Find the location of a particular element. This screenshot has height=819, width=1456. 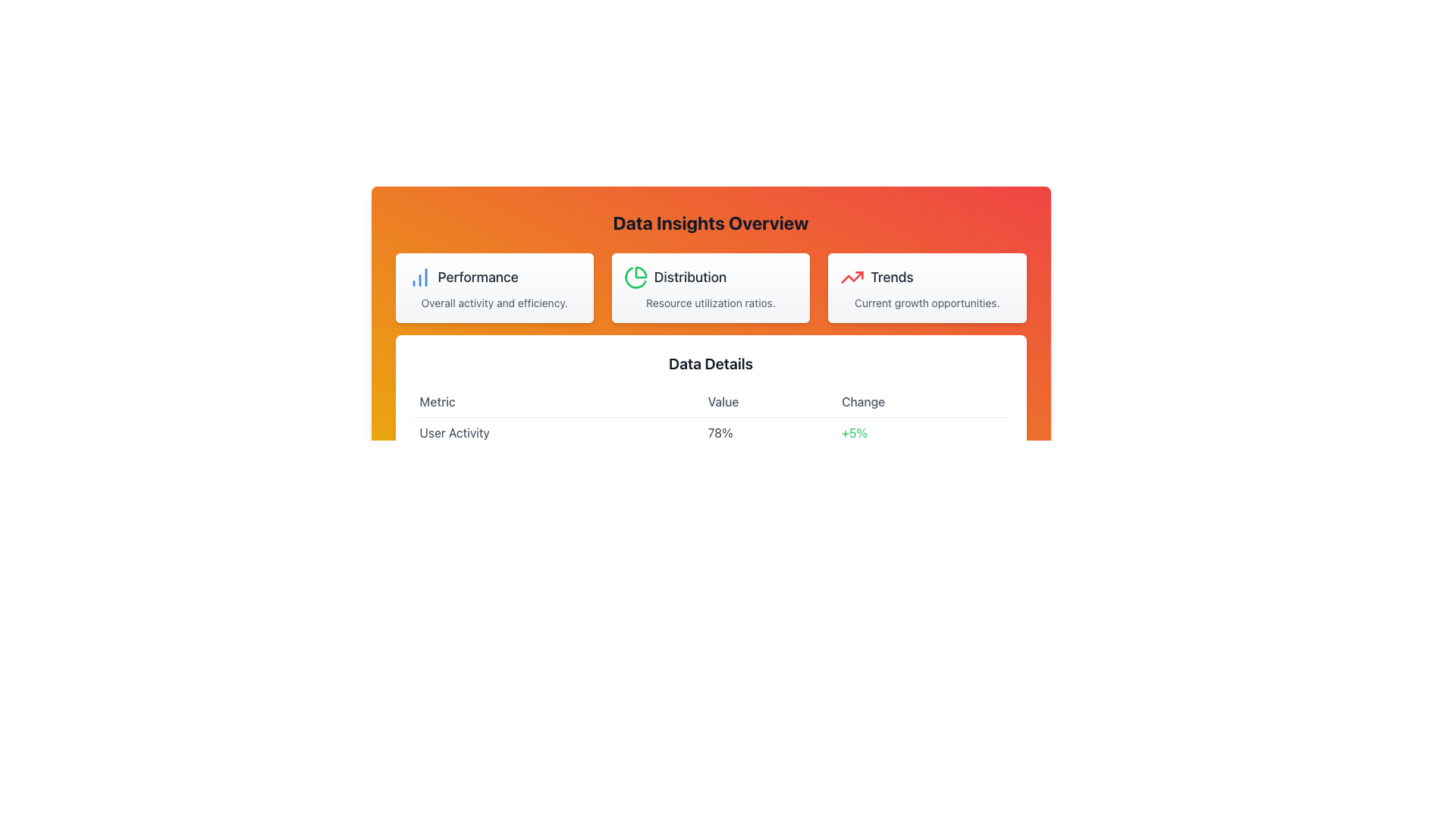

the 'Performance' informational card located at the top-left corner of the layout, which summarizes activity and efficiency metrics is located at coordinates (494, 288).